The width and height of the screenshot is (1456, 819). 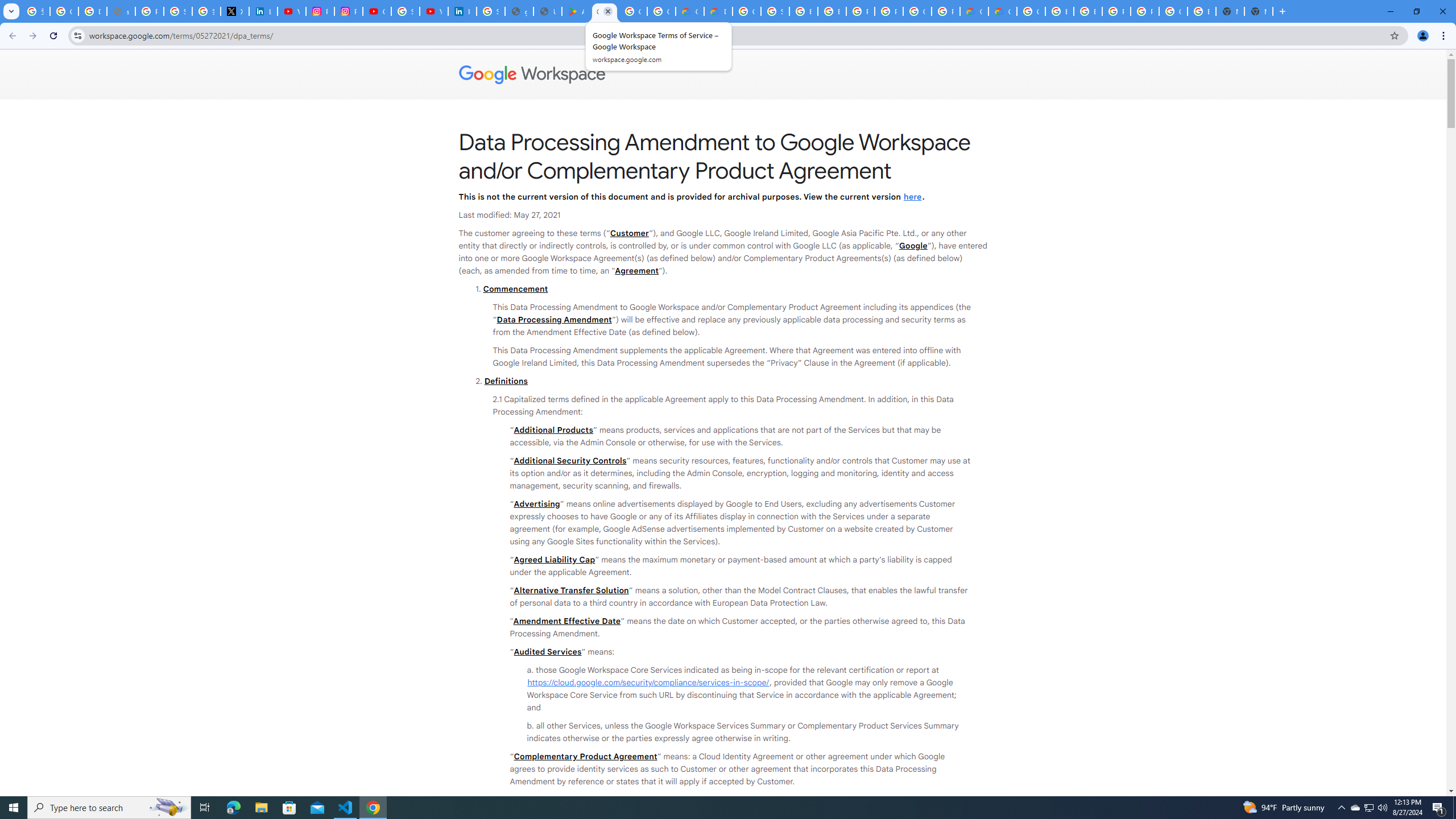 What do you see at coordinates (689, 11) in the screenshot?
I see `'Customer Care | Google Cloud'` at bounding box center [689, 11].